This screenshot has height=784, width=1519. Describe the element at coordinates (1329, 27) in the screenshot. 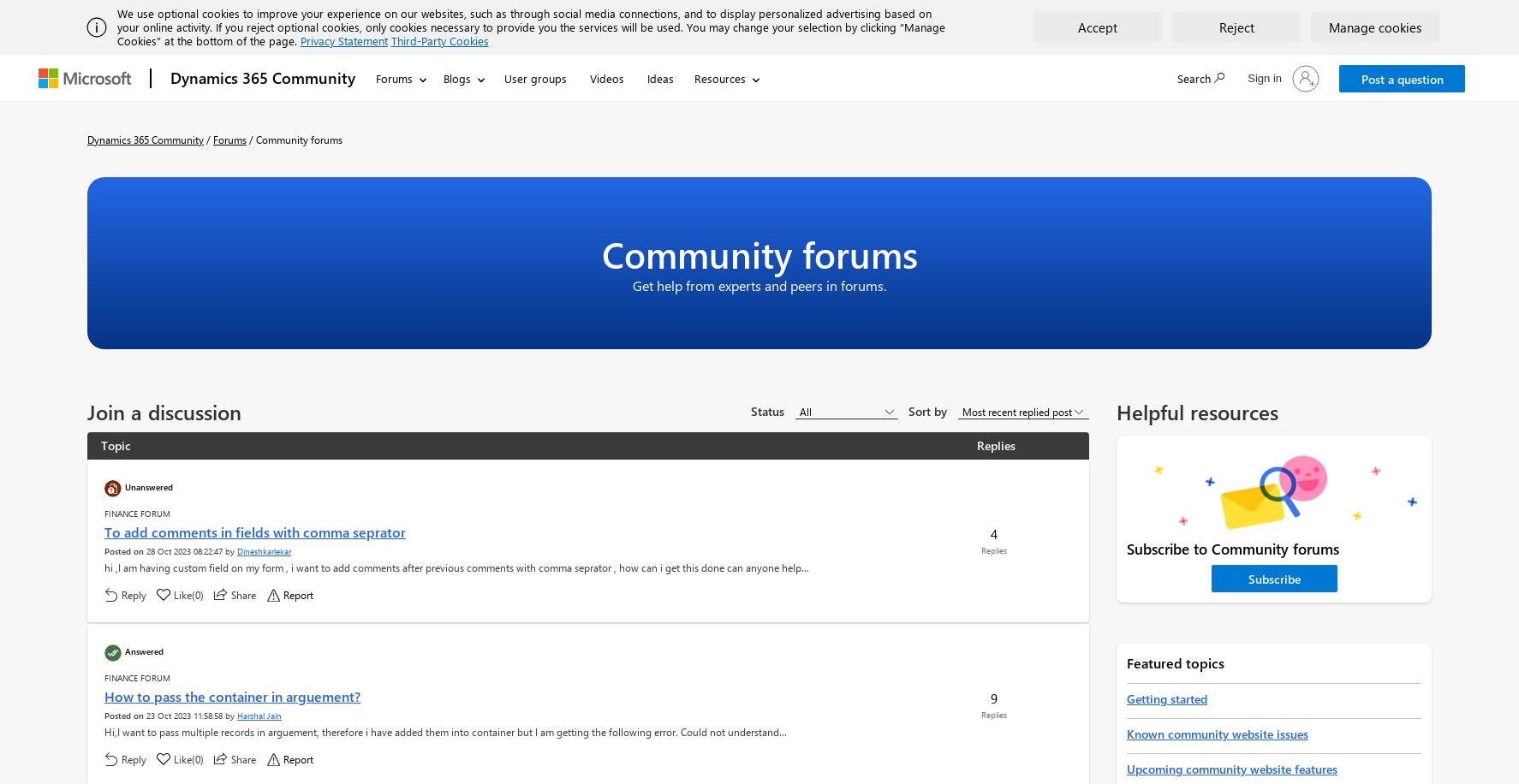

I see `'Manage cookies'` at that location.